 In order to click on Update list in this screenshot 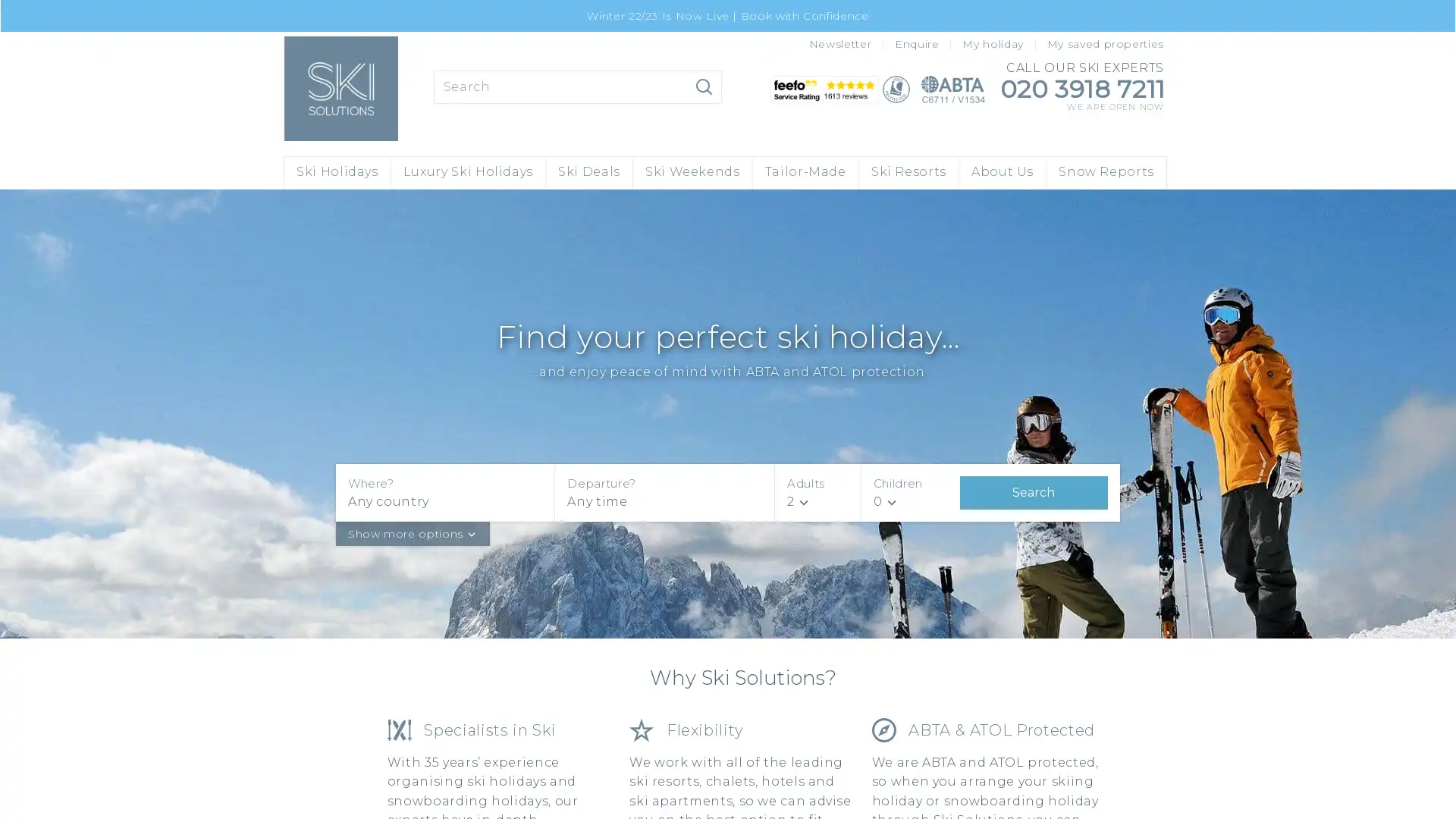, I will do `click(704, 86)`.